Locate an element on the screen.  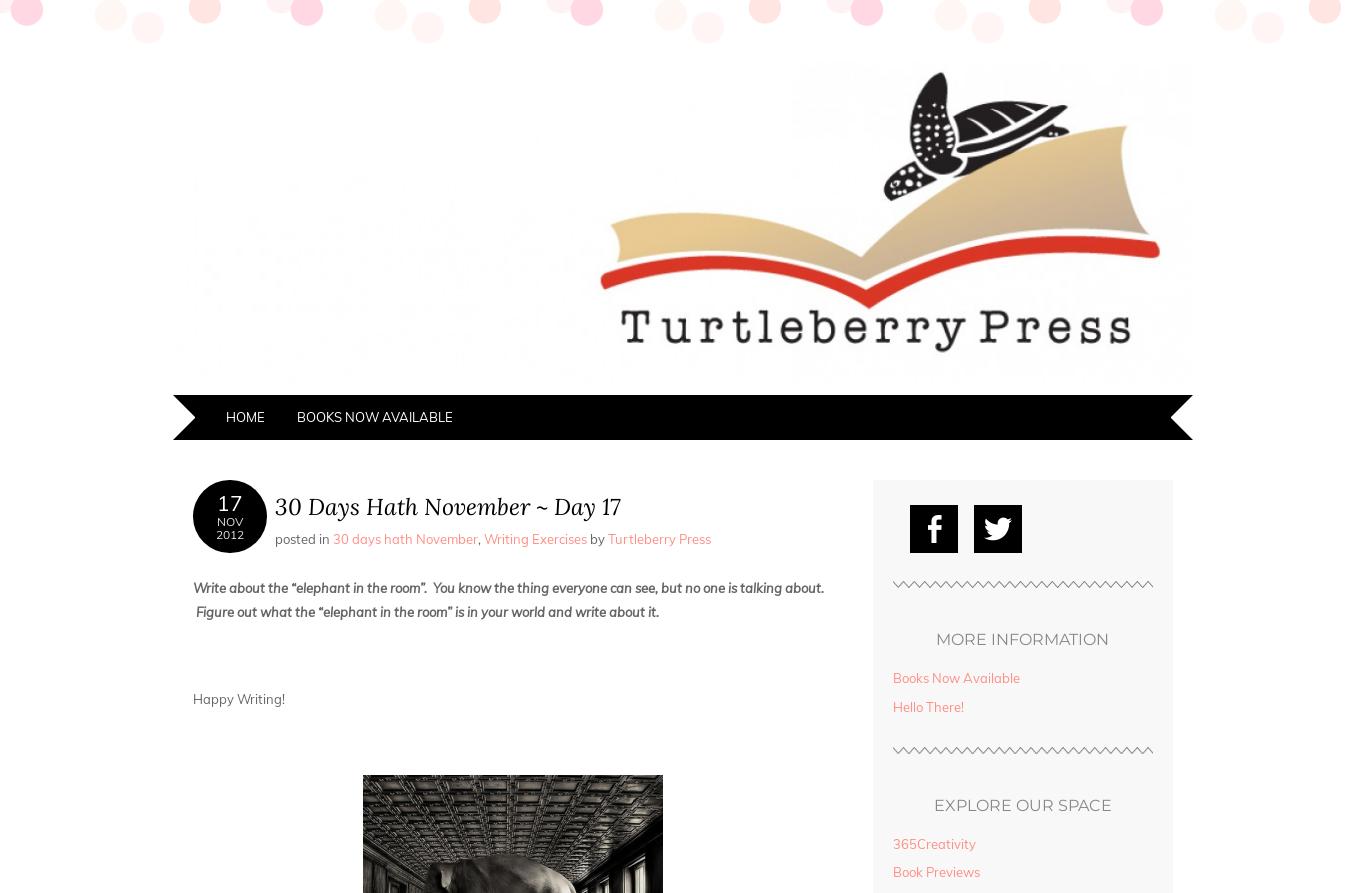
'Hello There!' is located at coordinates (927, 706).